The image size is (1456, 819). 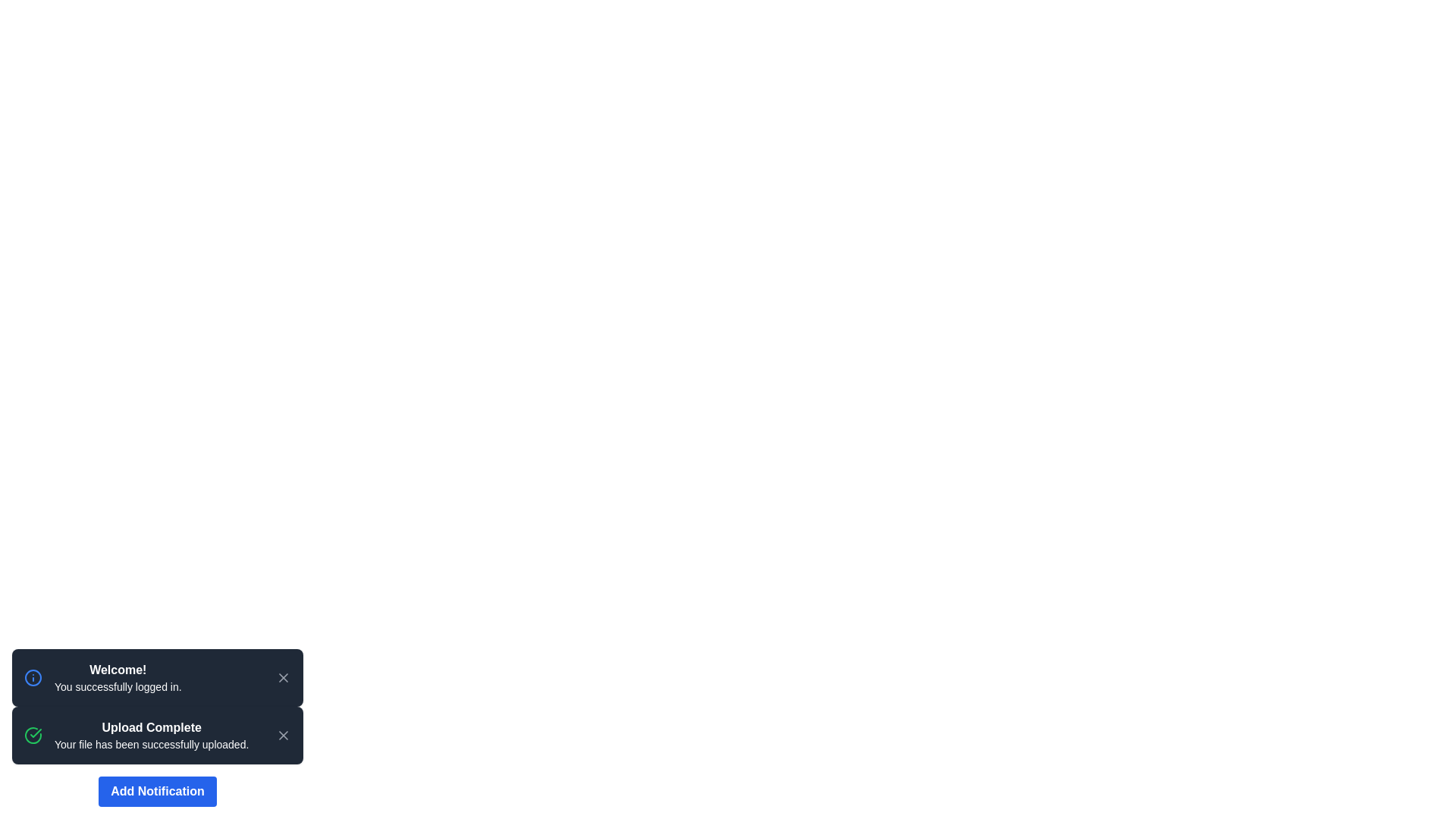 What do you see at coordinates (33, 677) in the screenshot?
I see `the blue circular 'info' icon with a white background and vertical exclamation point, located at the top-left of the first notification card, to the left of the 'Welcome!' text` at bounding box center [33, 677].